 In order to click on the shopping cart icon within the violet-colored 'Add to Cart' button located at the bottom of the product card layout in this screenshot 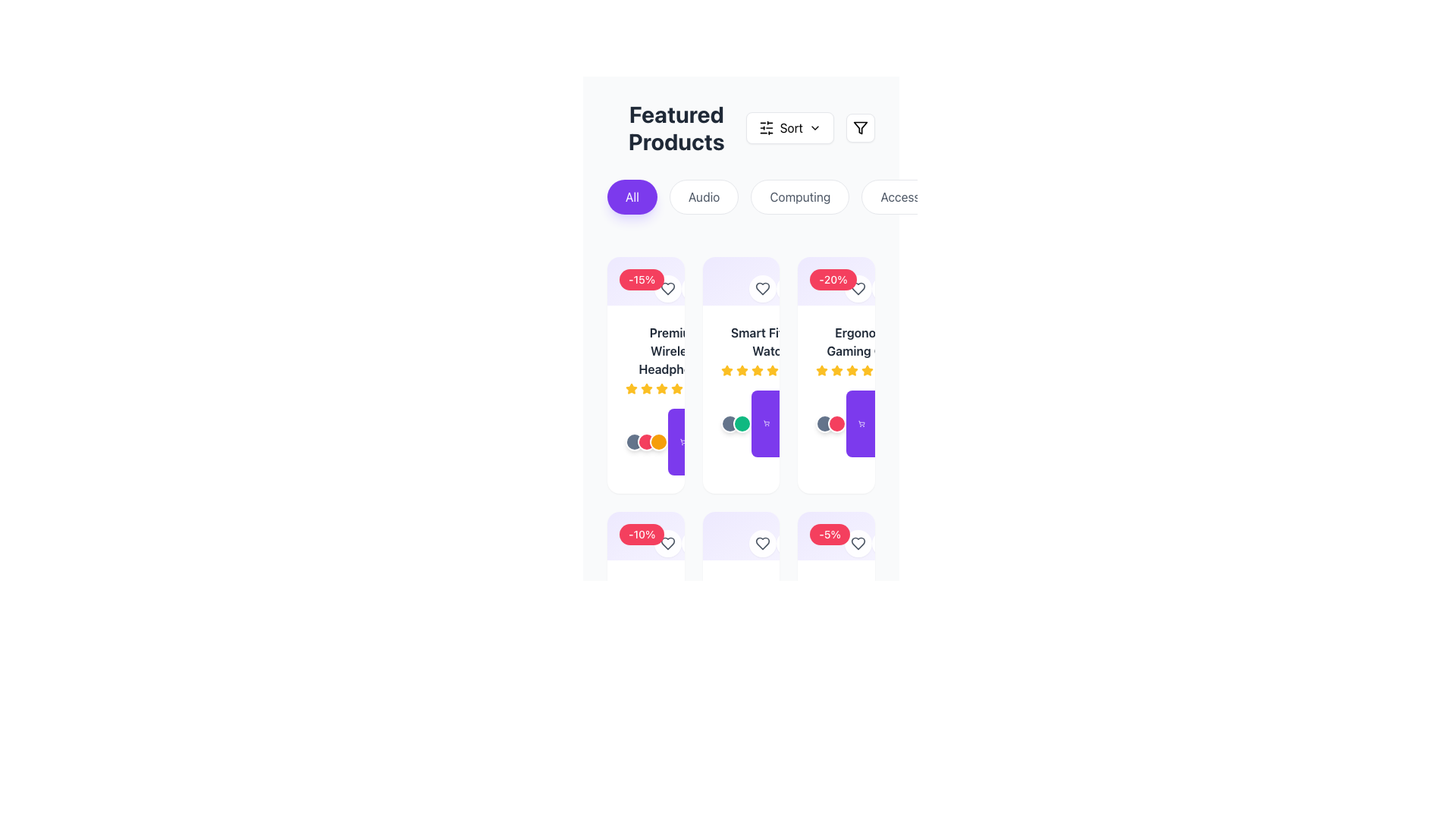, I will do `click(767, 424)`.